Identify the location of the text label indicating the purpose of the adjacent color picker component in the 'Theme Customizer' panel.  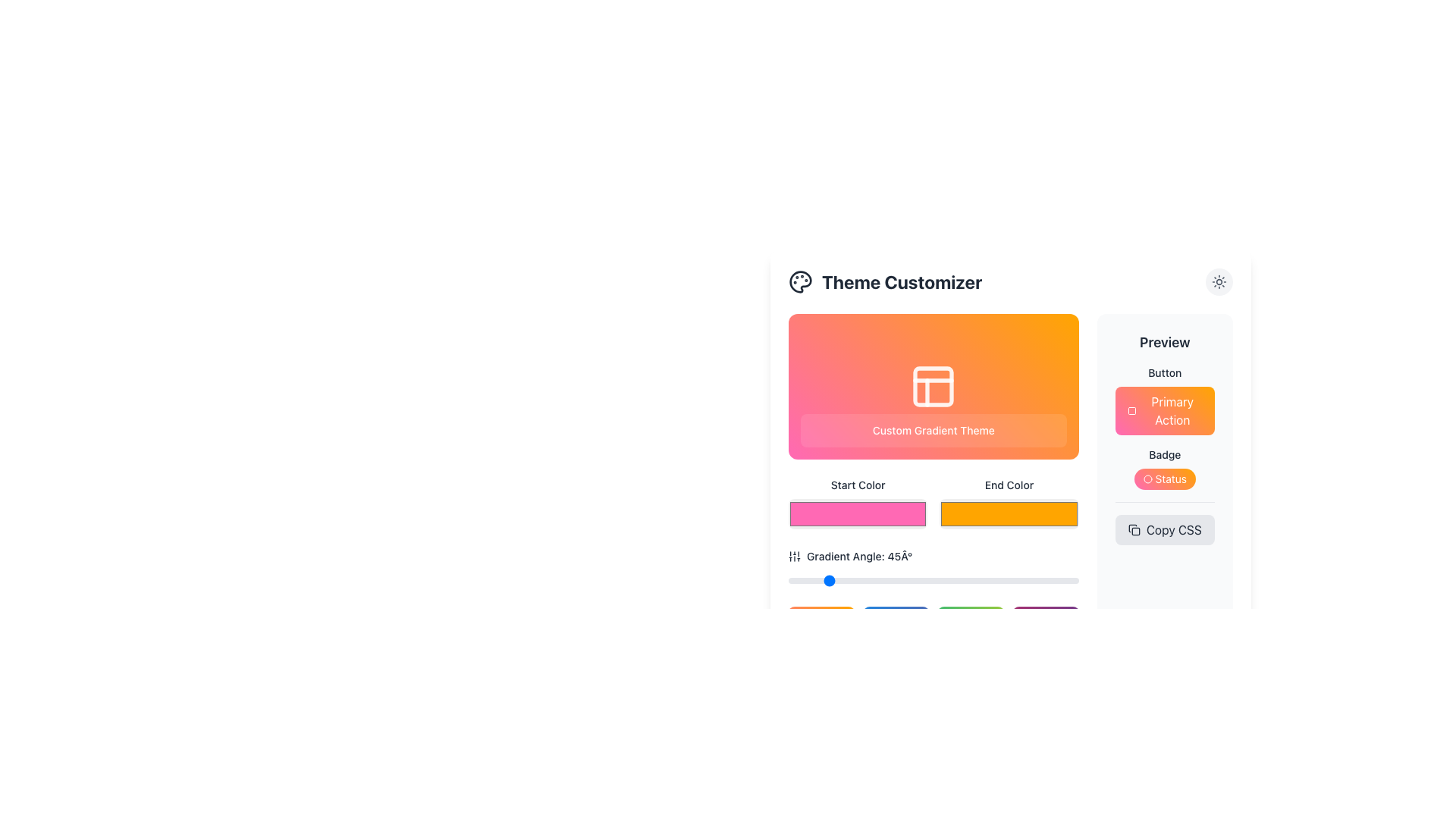
(858, 485).